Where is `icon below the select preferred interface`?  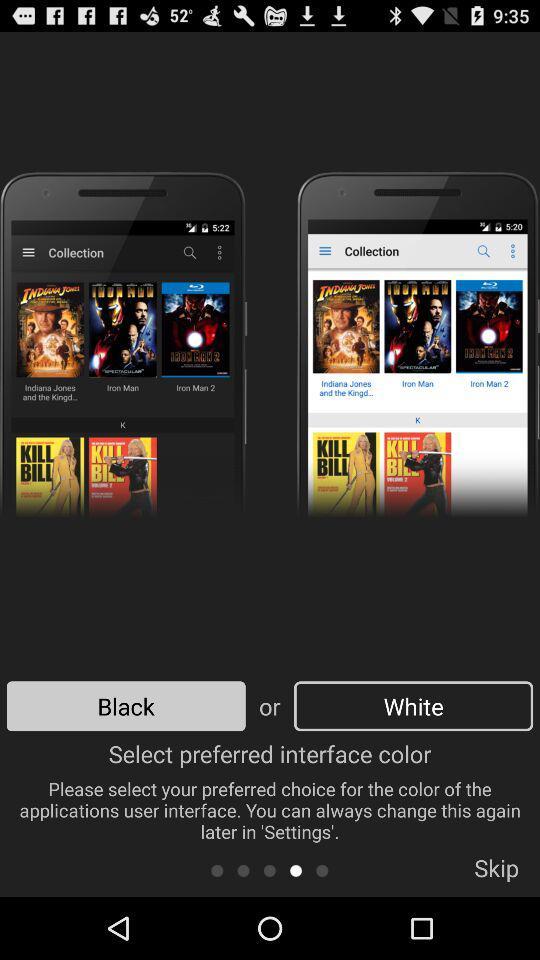 icon below the select preferred interface is located at coordinates (216, 869).